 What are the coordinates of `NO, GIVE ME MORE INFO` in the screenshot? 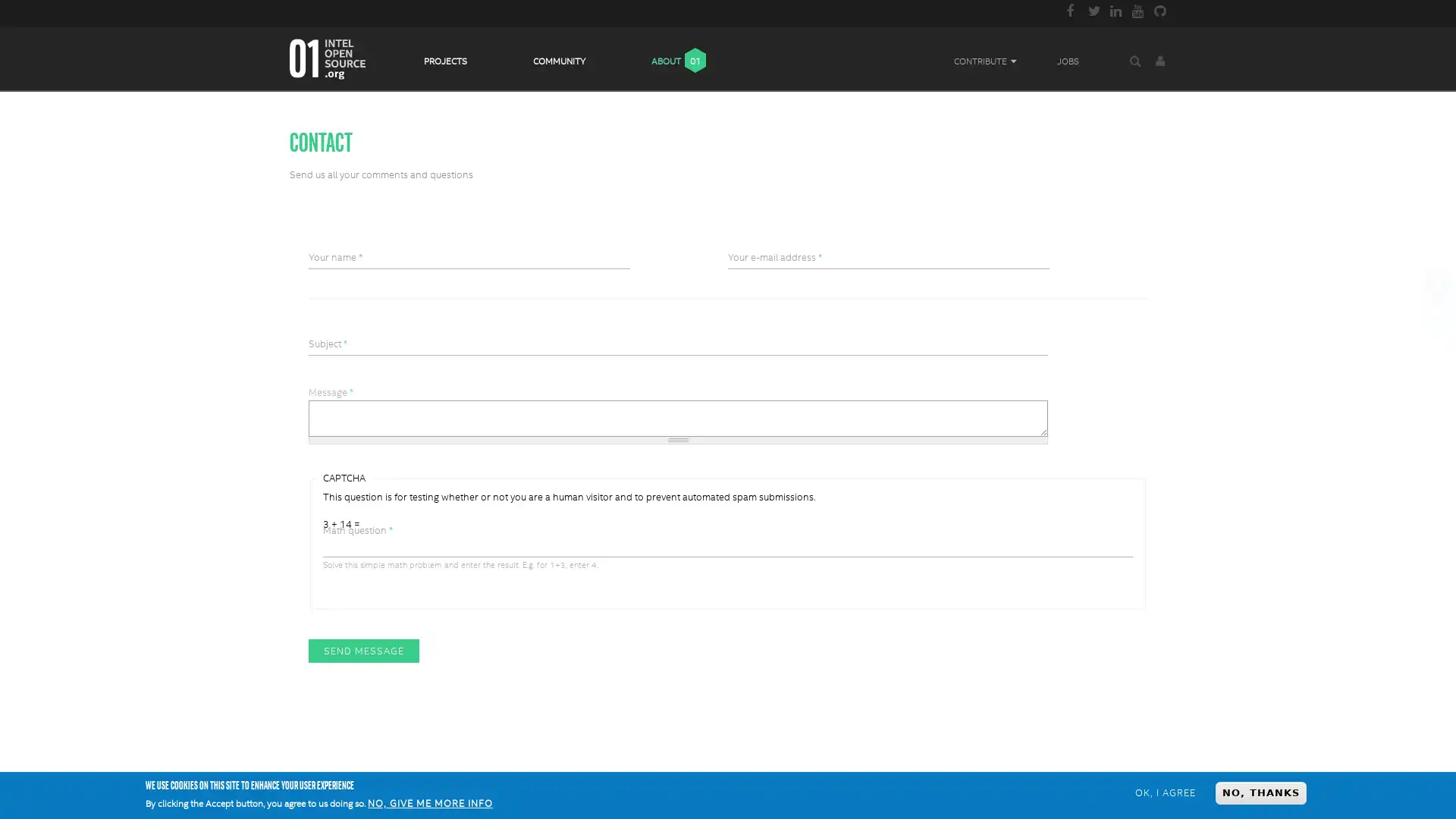 It's located at (429, 803).